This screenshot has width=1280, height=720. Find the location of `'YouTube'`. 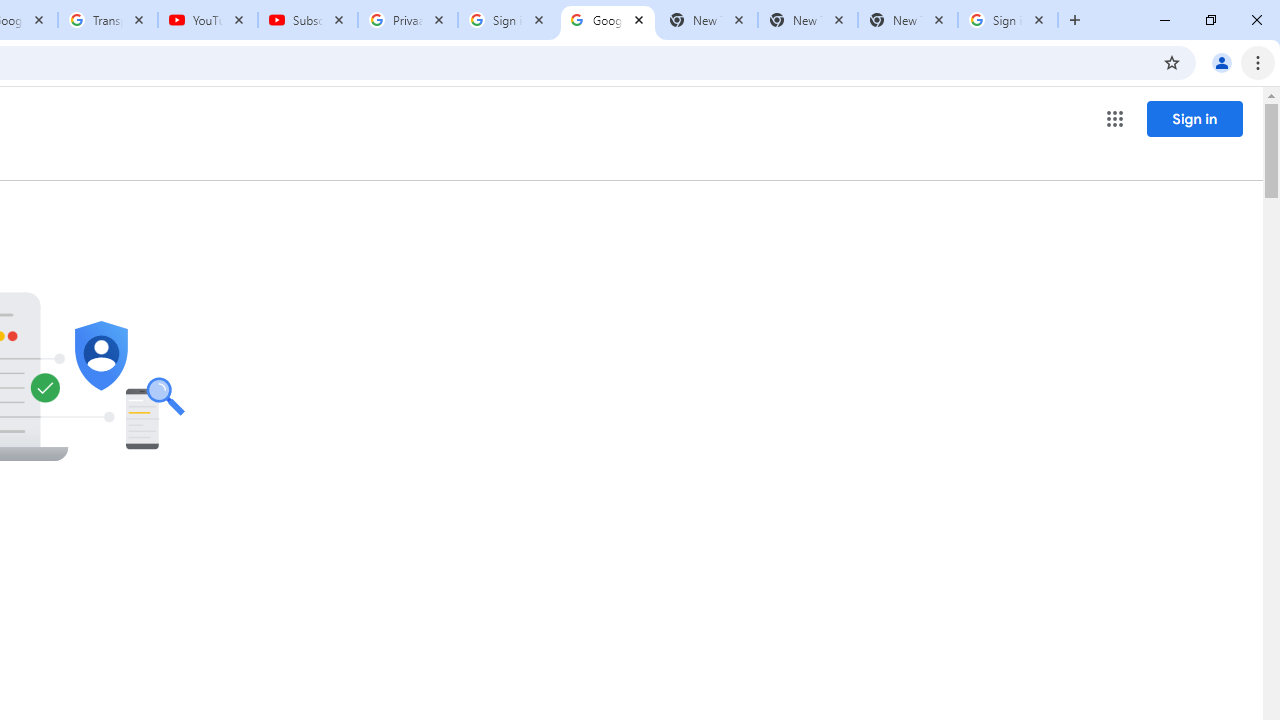

'YouTube' is located at coordinates (208, 20).